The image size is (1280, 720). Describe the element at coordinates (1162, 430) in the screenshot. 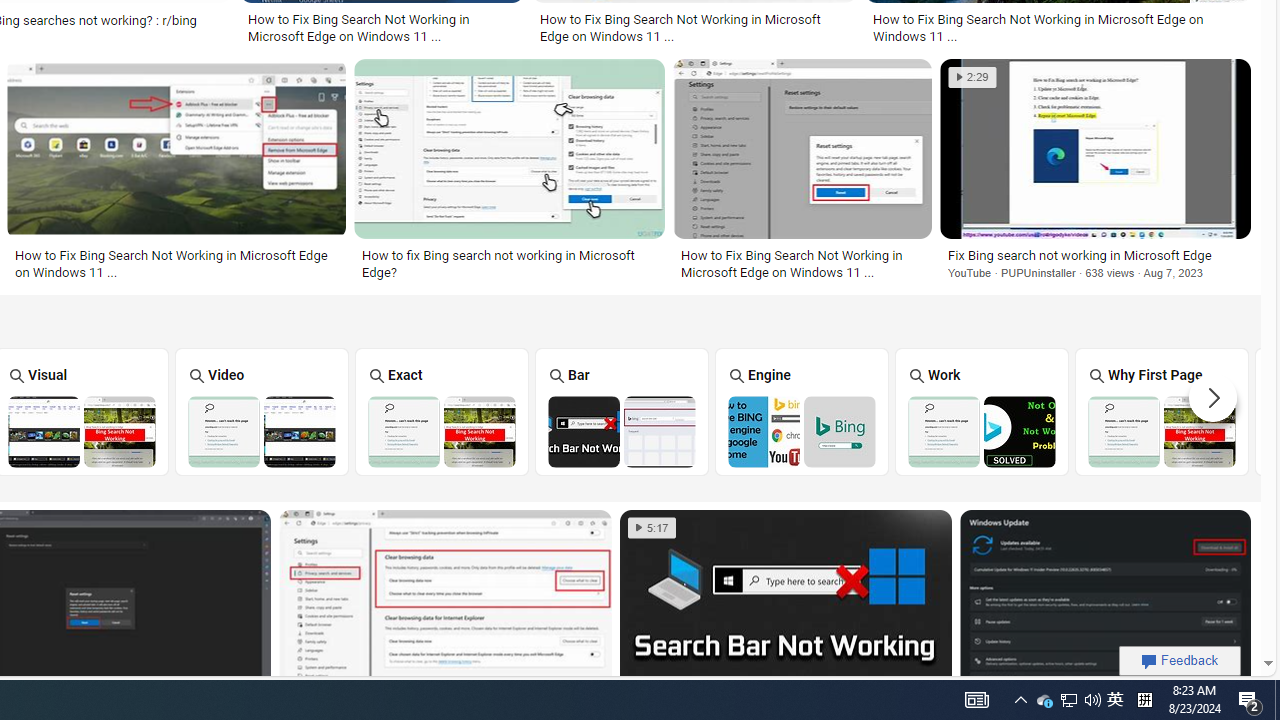

I see `'Why First Page of Bing Search Not Working'` at that location.